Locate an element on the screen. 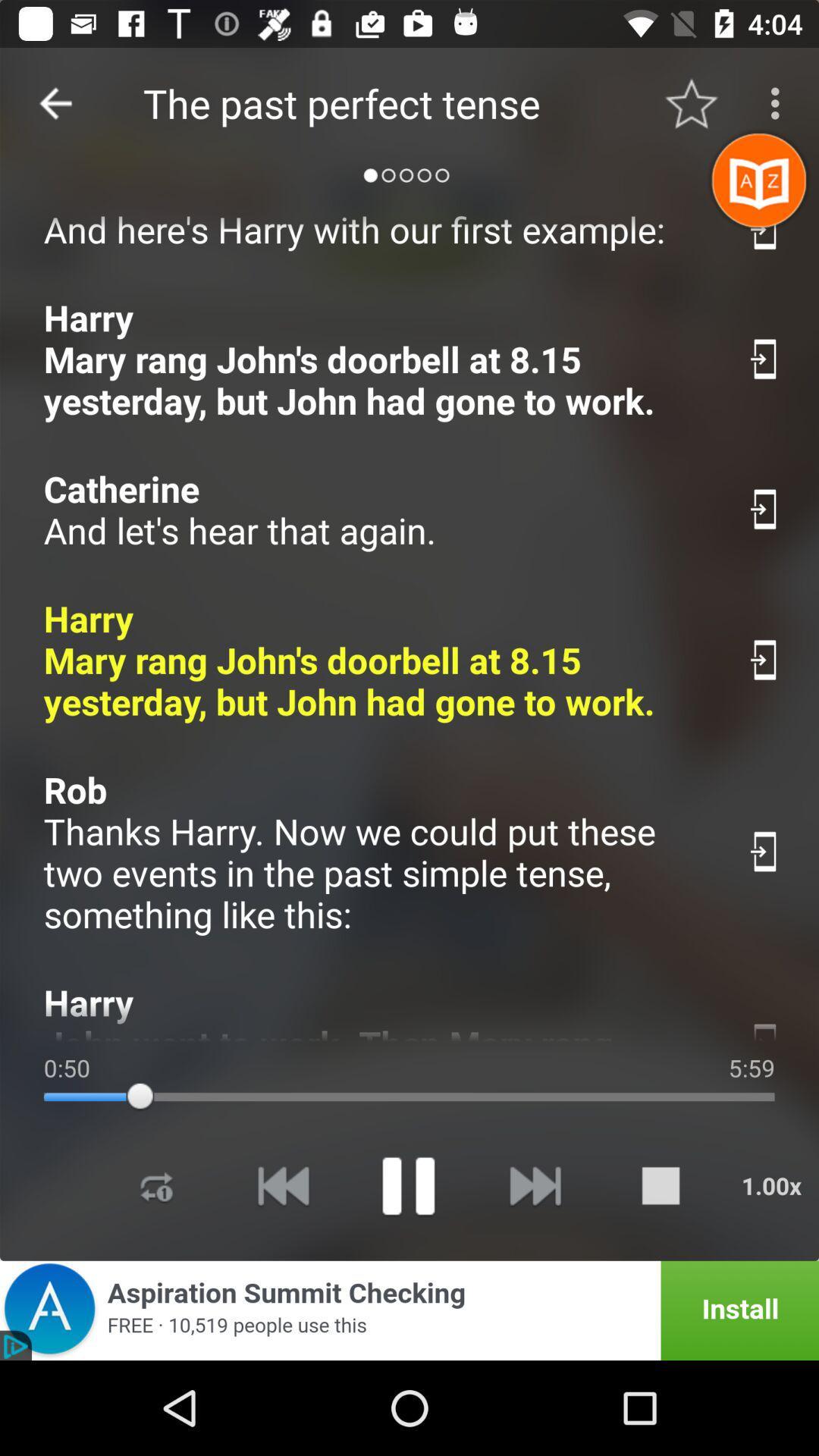 The height and width of the screenshot is (1456, 819). share the article is located at coordinates (765, 509).